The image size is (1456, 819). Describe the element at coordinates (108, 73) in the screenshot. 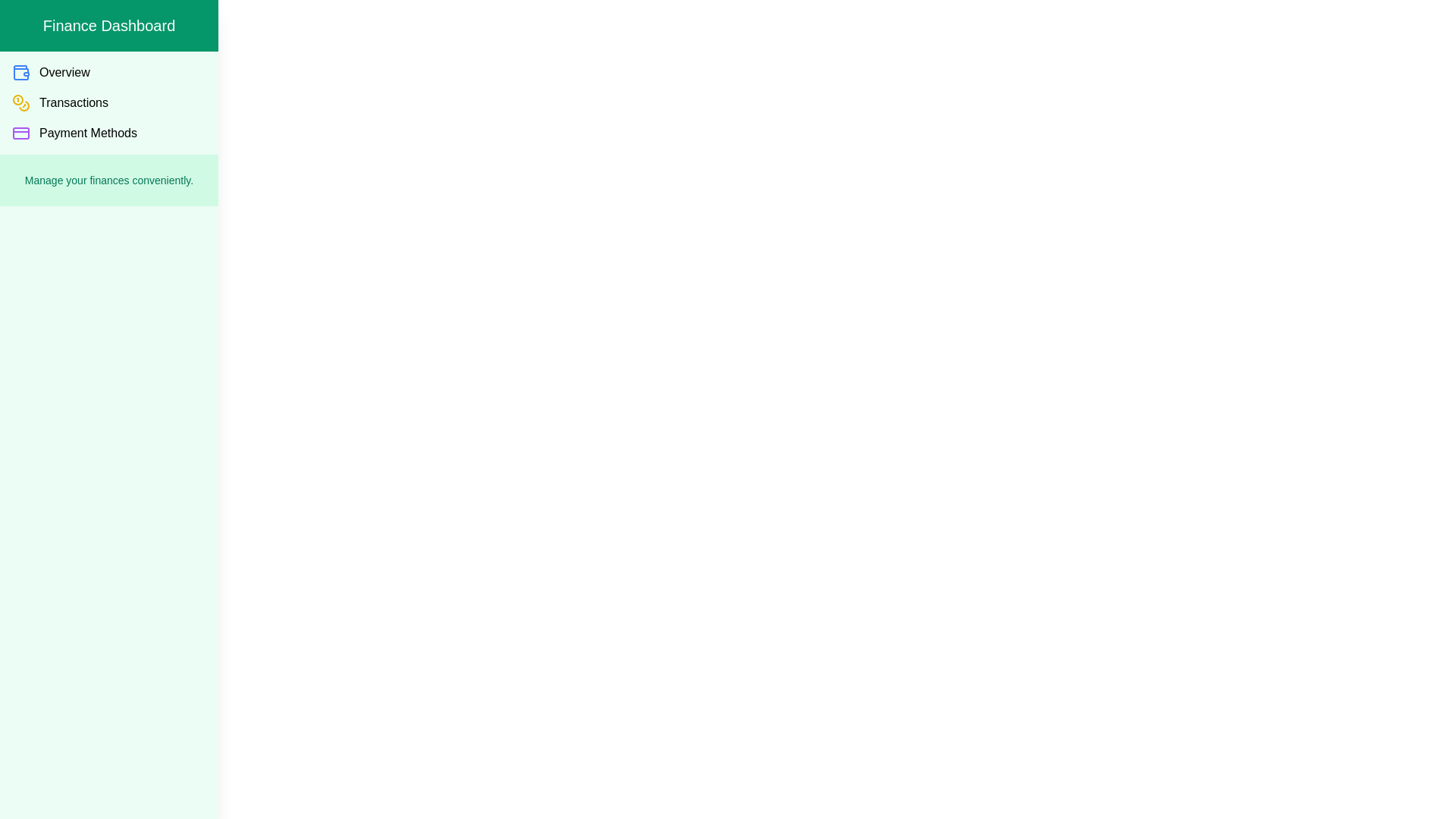

I see `the 'Overview' item in the drawer` at that location.